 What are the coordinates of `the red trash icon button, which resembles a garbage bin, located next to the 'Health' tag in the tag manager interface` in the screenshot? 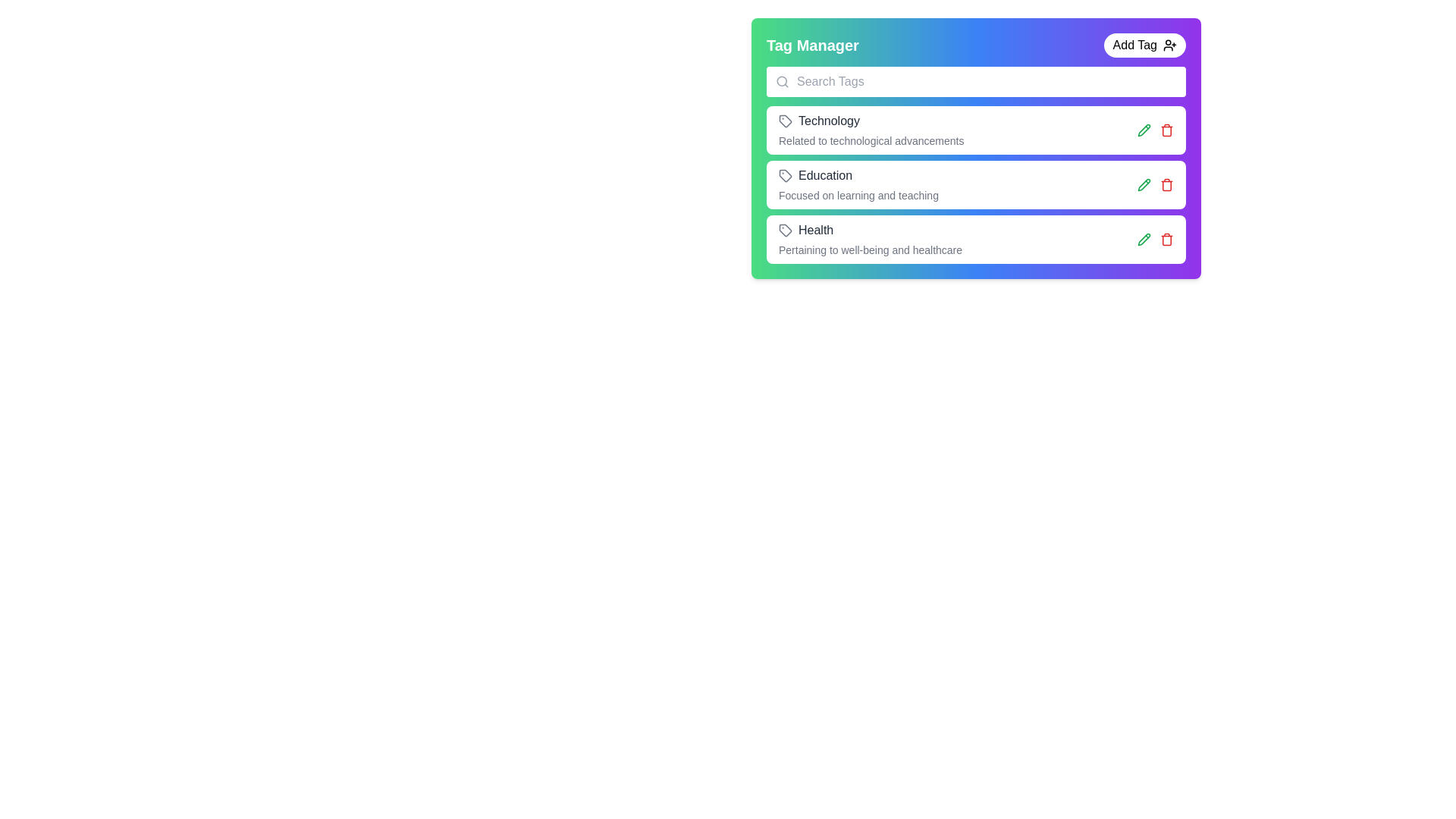 It's located at (1166, 239).